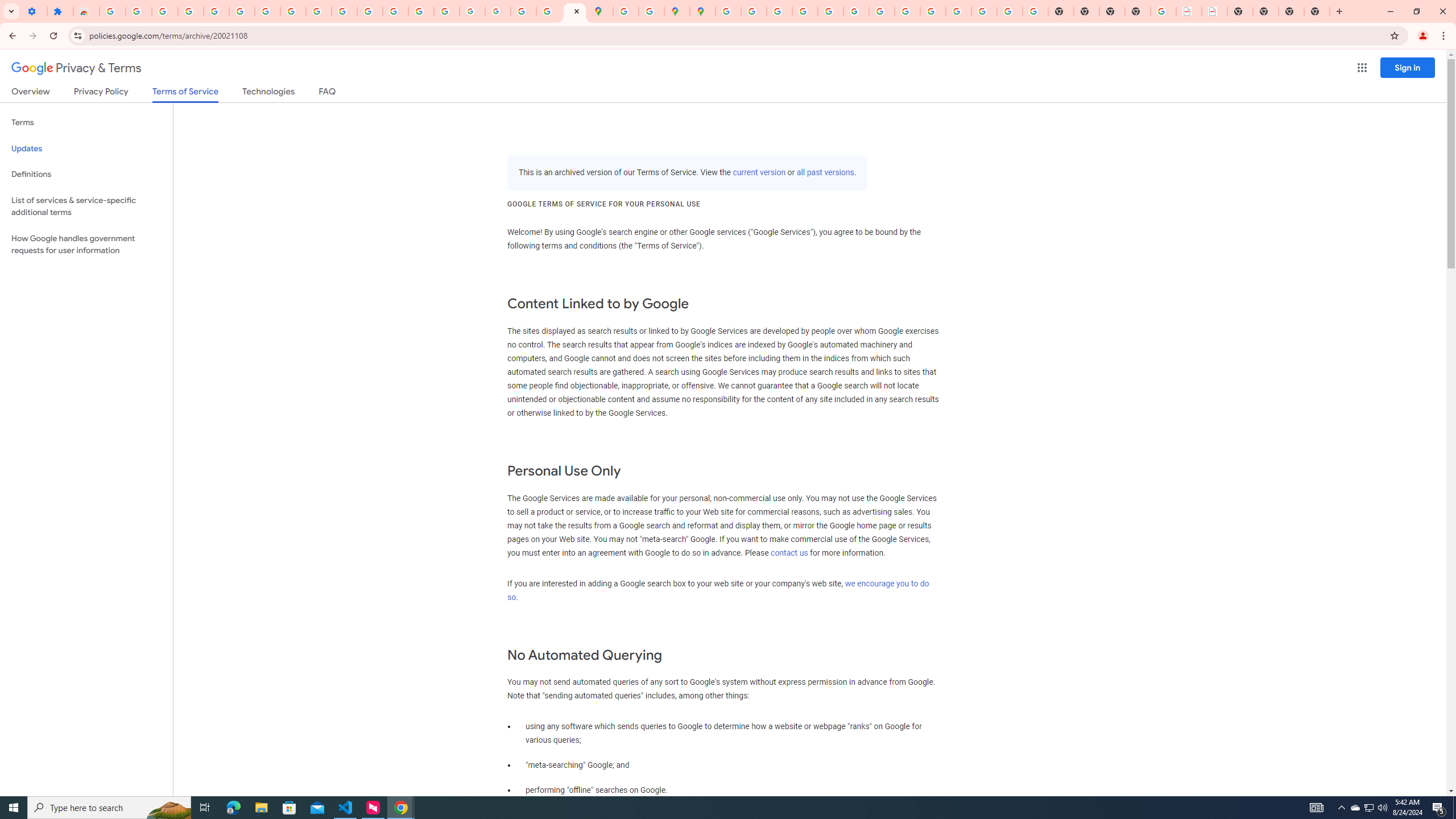 This screenshot has height=819, width=1456. Describe the element at coordinates (292, 11) in the screenshot. I see `'Google Account'` at that location.